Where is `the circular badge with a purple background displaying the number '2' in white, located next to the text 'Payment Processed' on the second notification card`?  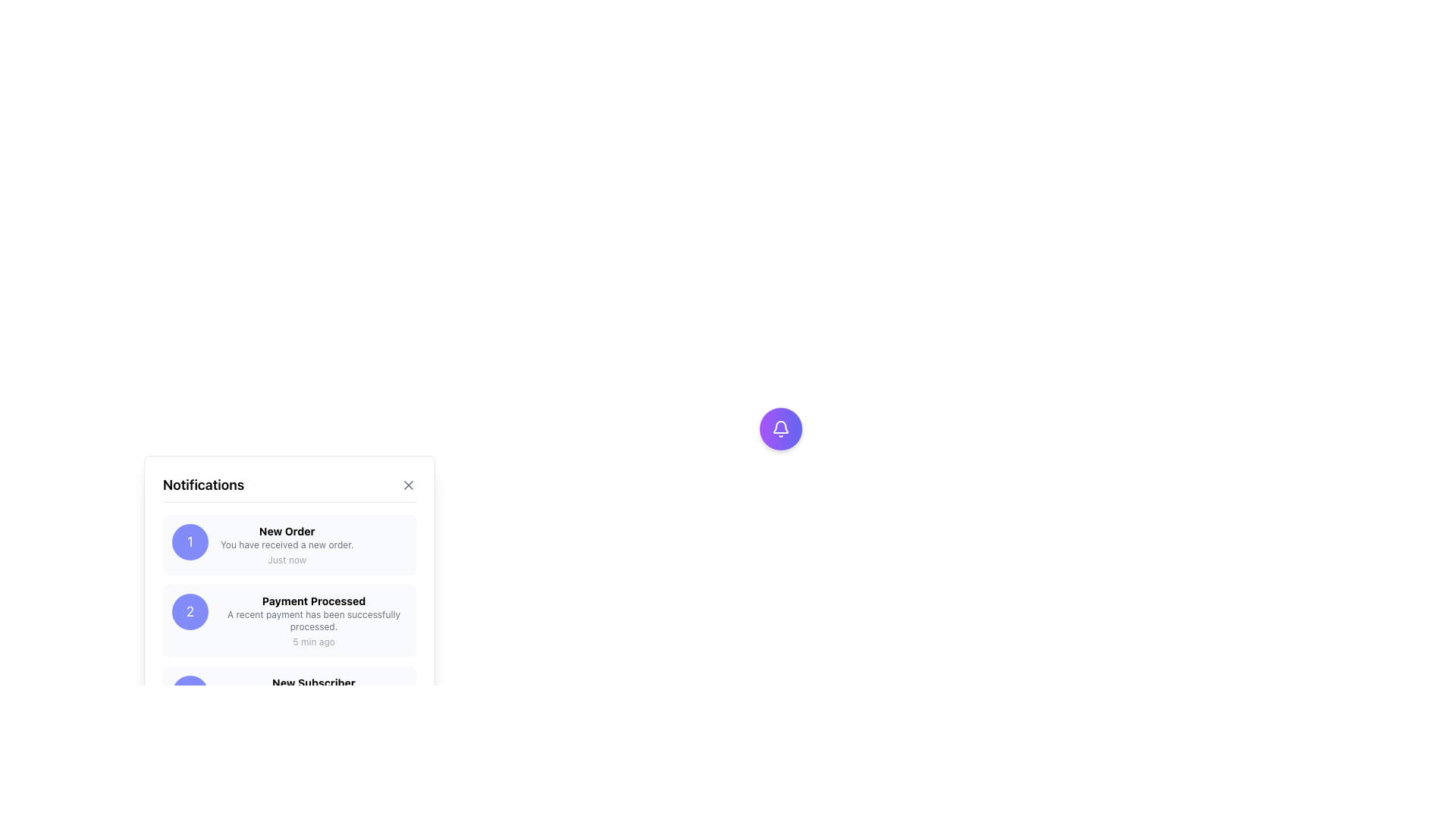 the circular badge with a purple background displaying the number '2' in white, located next to the text 'Payment Processed' on the second notification card is located at coordinates (189, 610).